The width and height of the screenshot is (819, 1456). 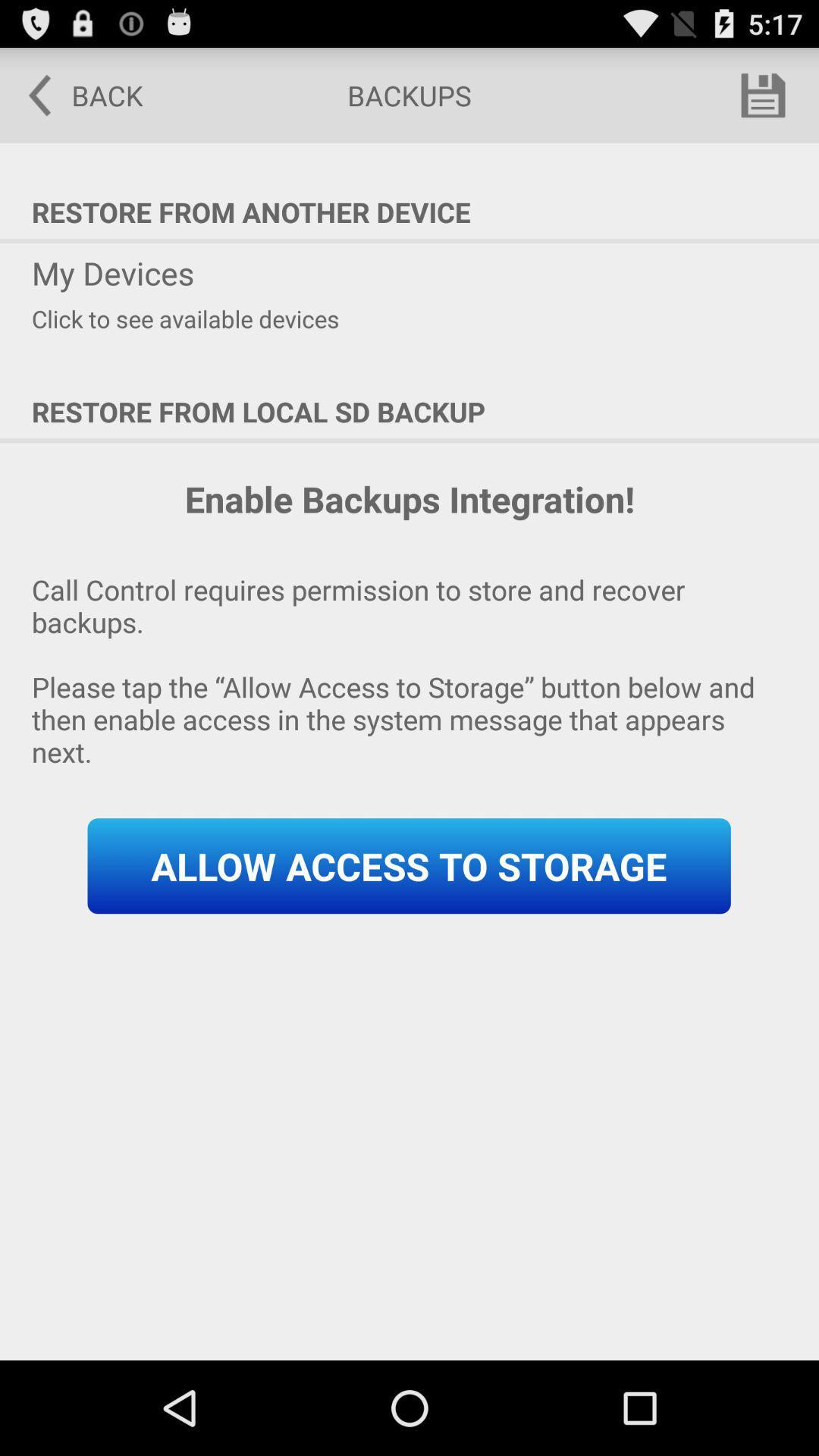 What do you see at coordinates (763, 94) in the screenshot?
I see `the item to the right of backups` at bounding box center [763, 94].